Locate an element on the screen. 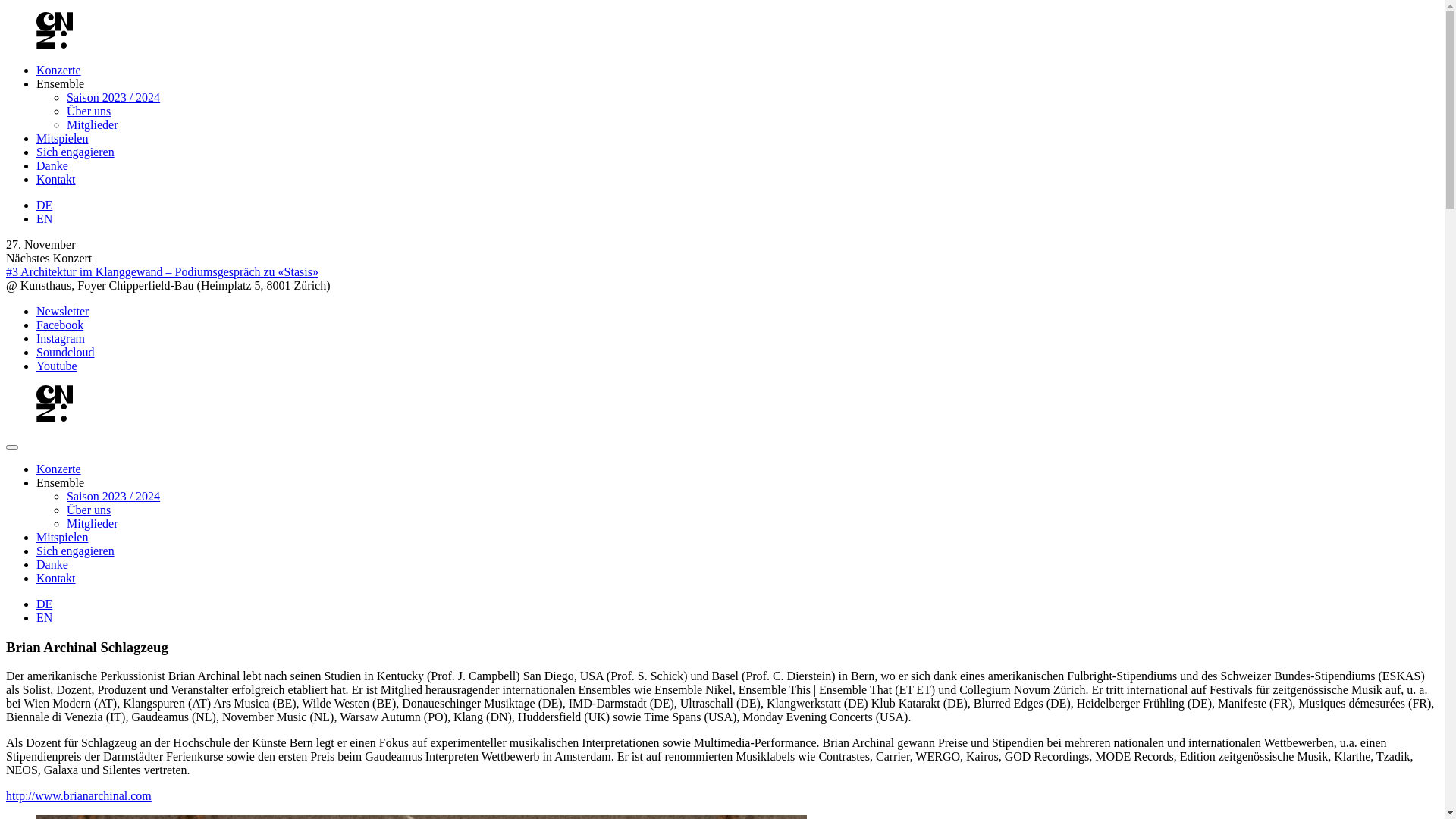 Image resolution: width=1456 pixels, height=819 pixels. 'Konzerte' is located at coordinates (36, 70).